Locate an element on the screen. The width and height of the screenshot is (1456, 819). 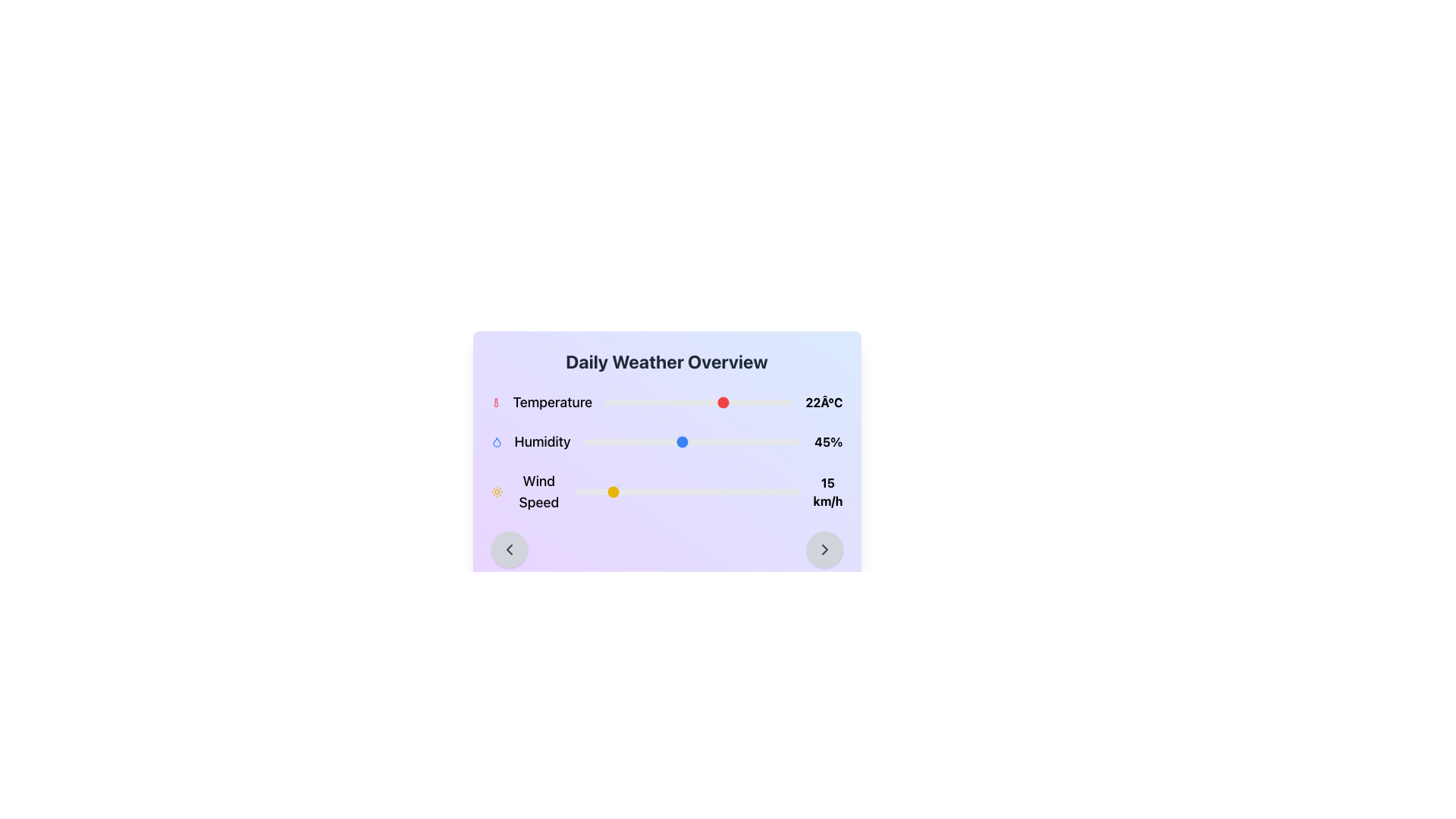
the red thermometer icon with rounded edges, which represents the temperature reading at the start of the row in the weather overview card is located at coordinates (495, 402).